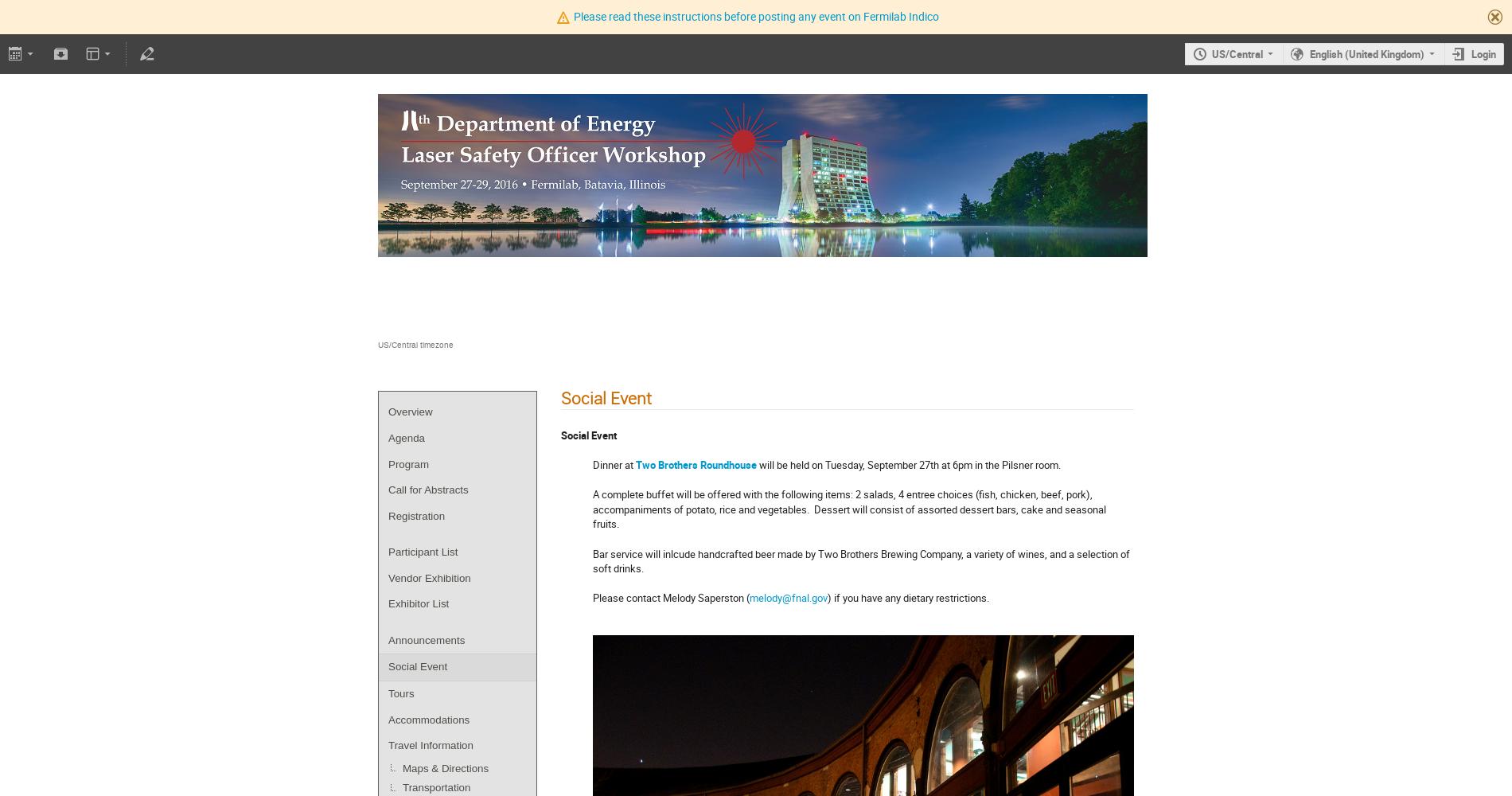 This screenshot has width=1512, height=796. What do you see at coordinates (429, 576) in the screenshot?
I see `'Vendor Exhibition'` at bounding box center [429, 576].